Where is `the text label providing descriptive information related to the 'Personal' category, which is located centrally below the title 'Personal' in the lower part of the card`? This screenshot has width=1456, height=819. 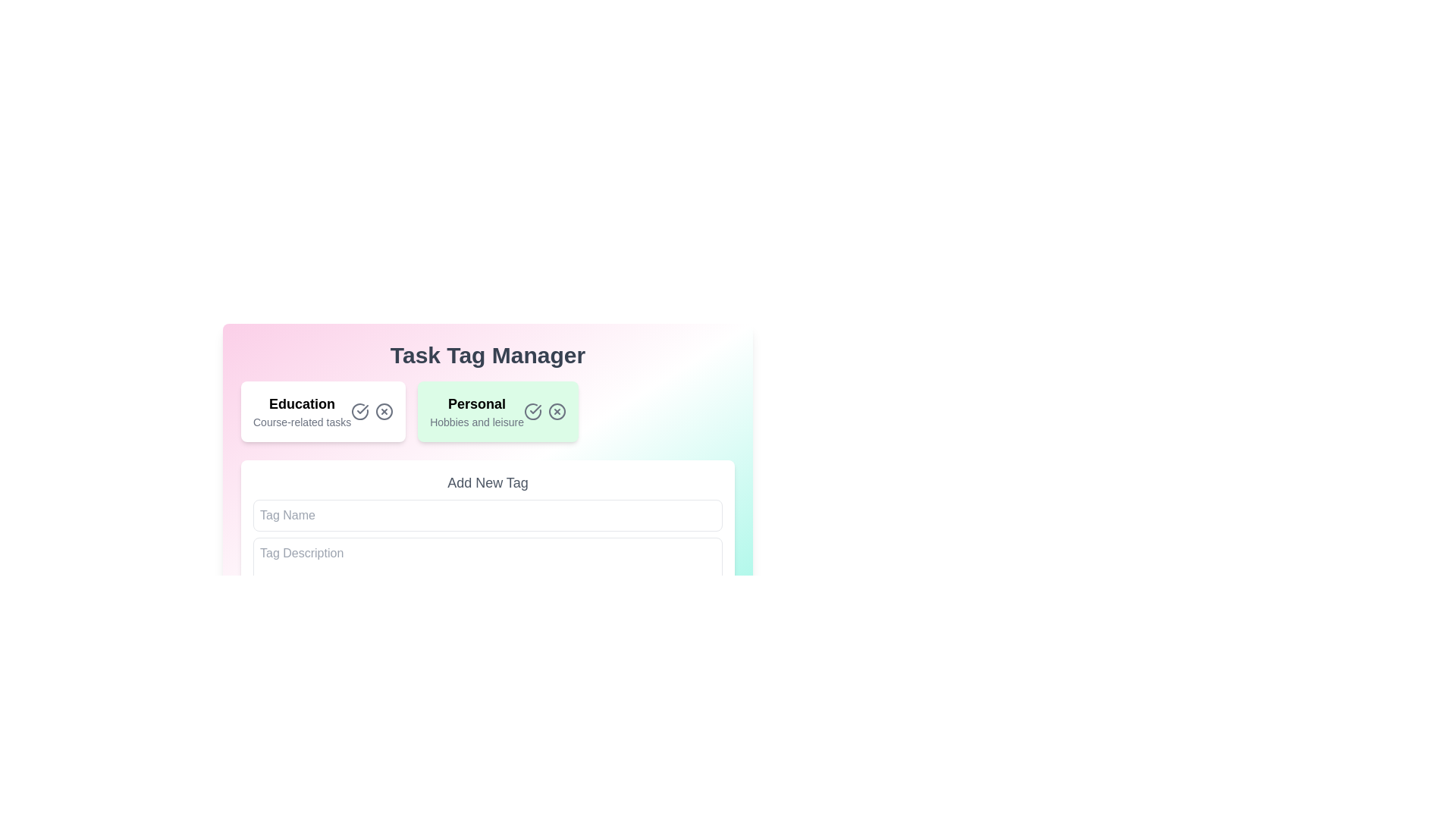
the text label providing descriptive information related to the 'Personal' category, which is located centrally below the title 'Personal' in the lower part of the card is located at coordinates (475, 422).